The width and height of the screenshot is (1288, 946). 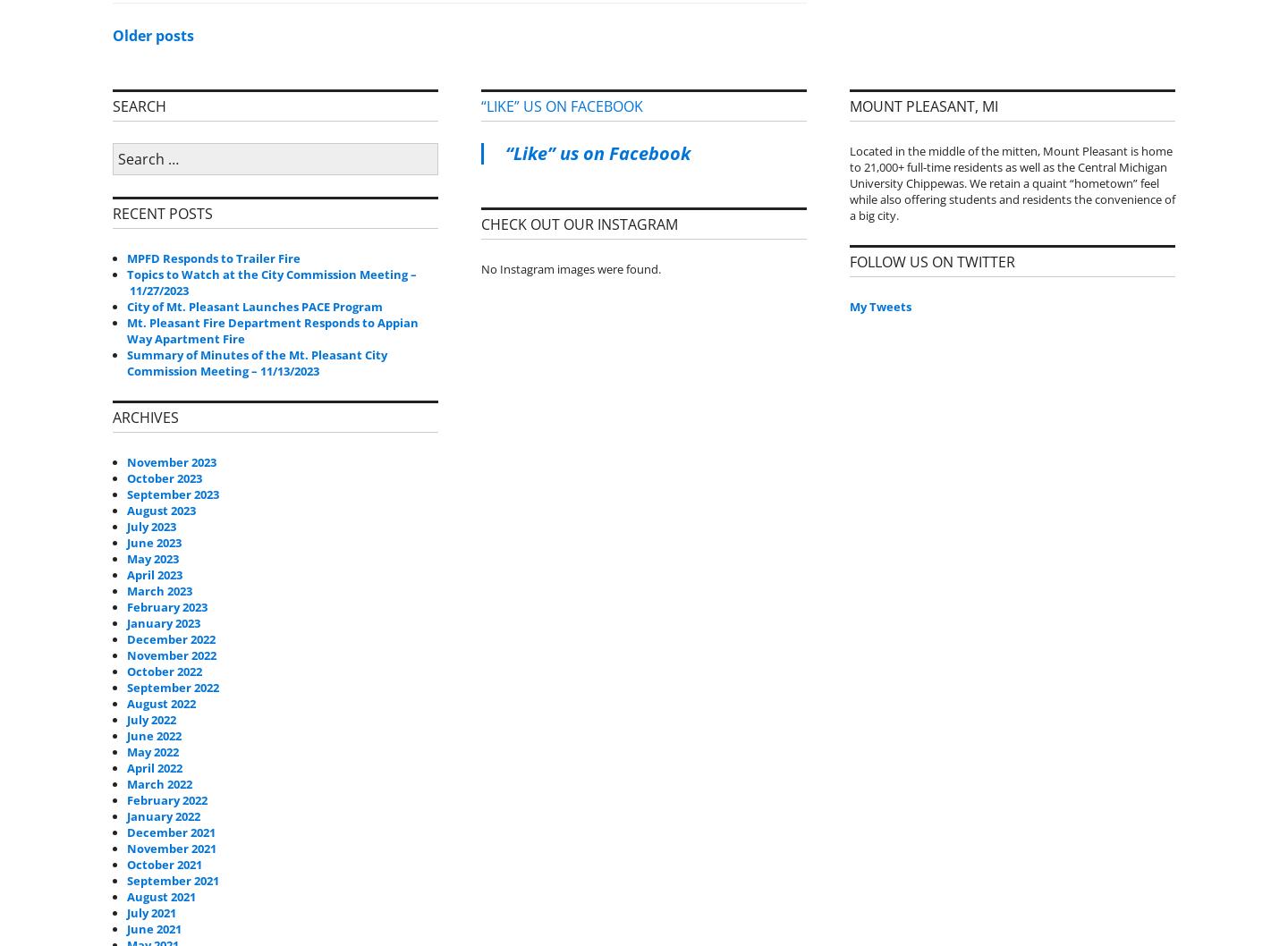 I want to click on 'July 2022', so click(x=150, y=717).